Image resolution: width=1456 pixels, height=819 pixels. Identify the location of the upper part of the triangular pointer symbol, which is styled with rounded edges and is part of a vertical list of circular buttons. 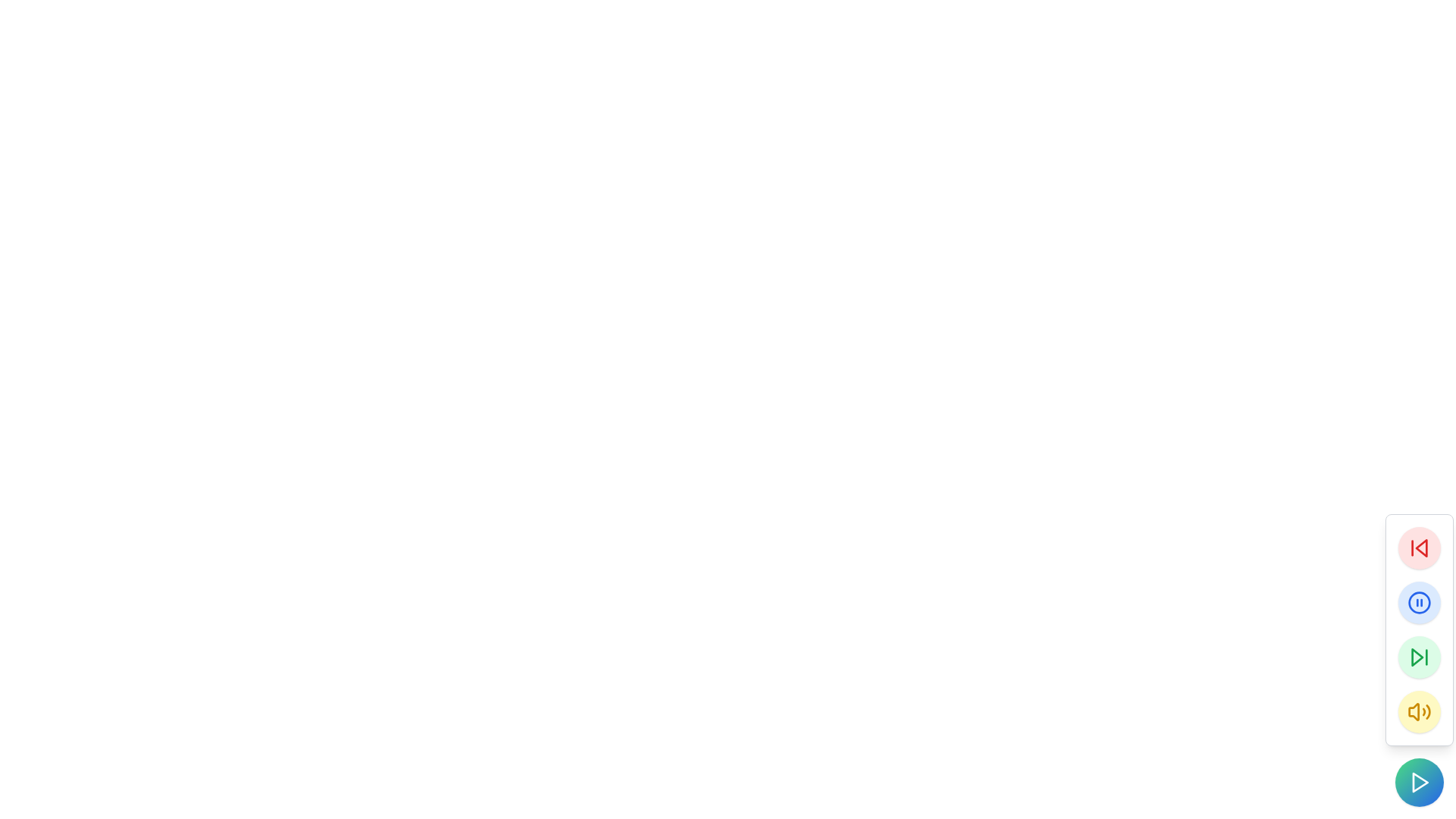
(1420, 548).